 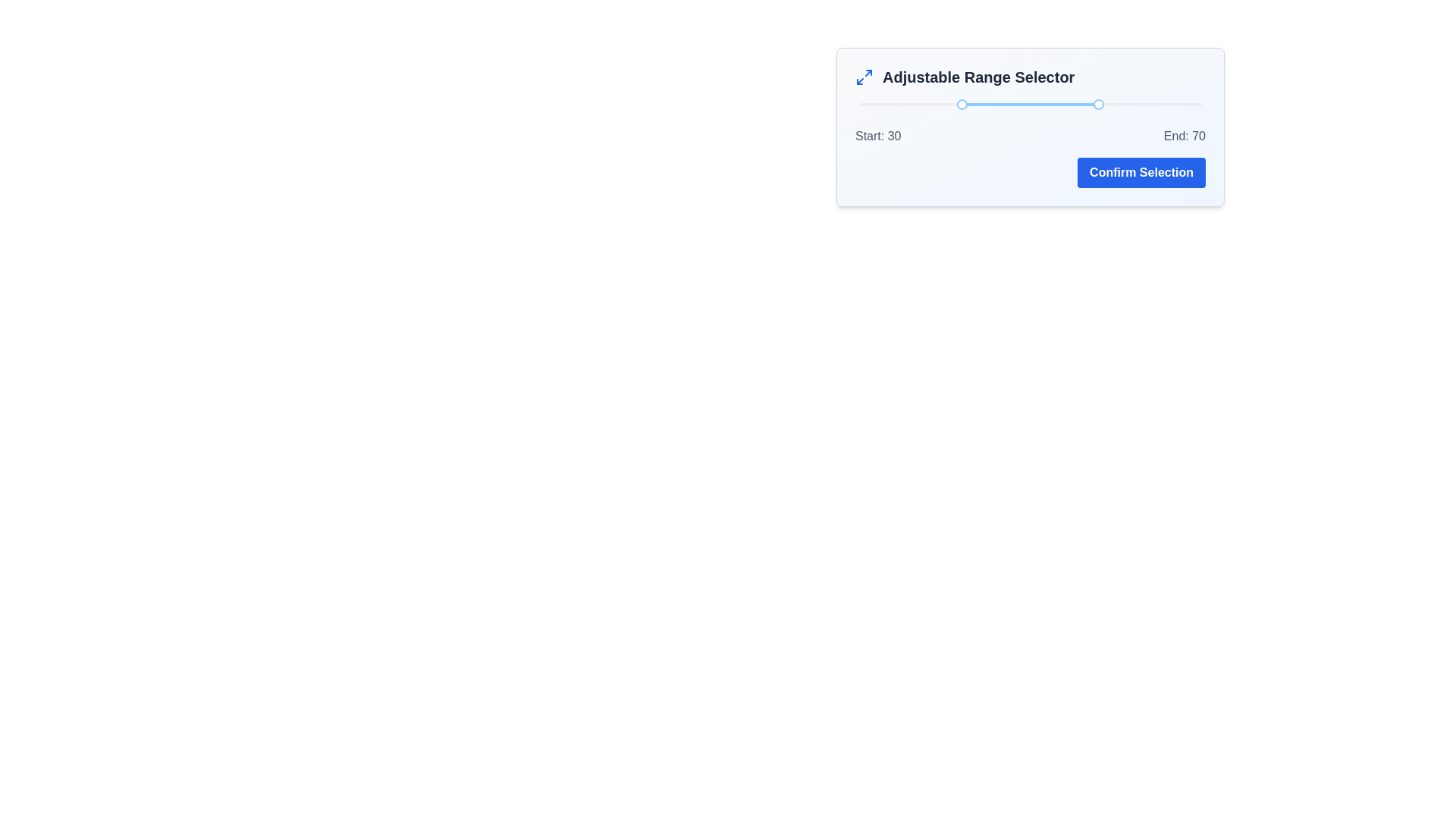 What do you see at coordinates (1099, 104) in the screenshot?
I see `the circular blue slider handle located at 70% of the track length, aligned with the label 'End: 70'` at bounding box center [1099, 104].